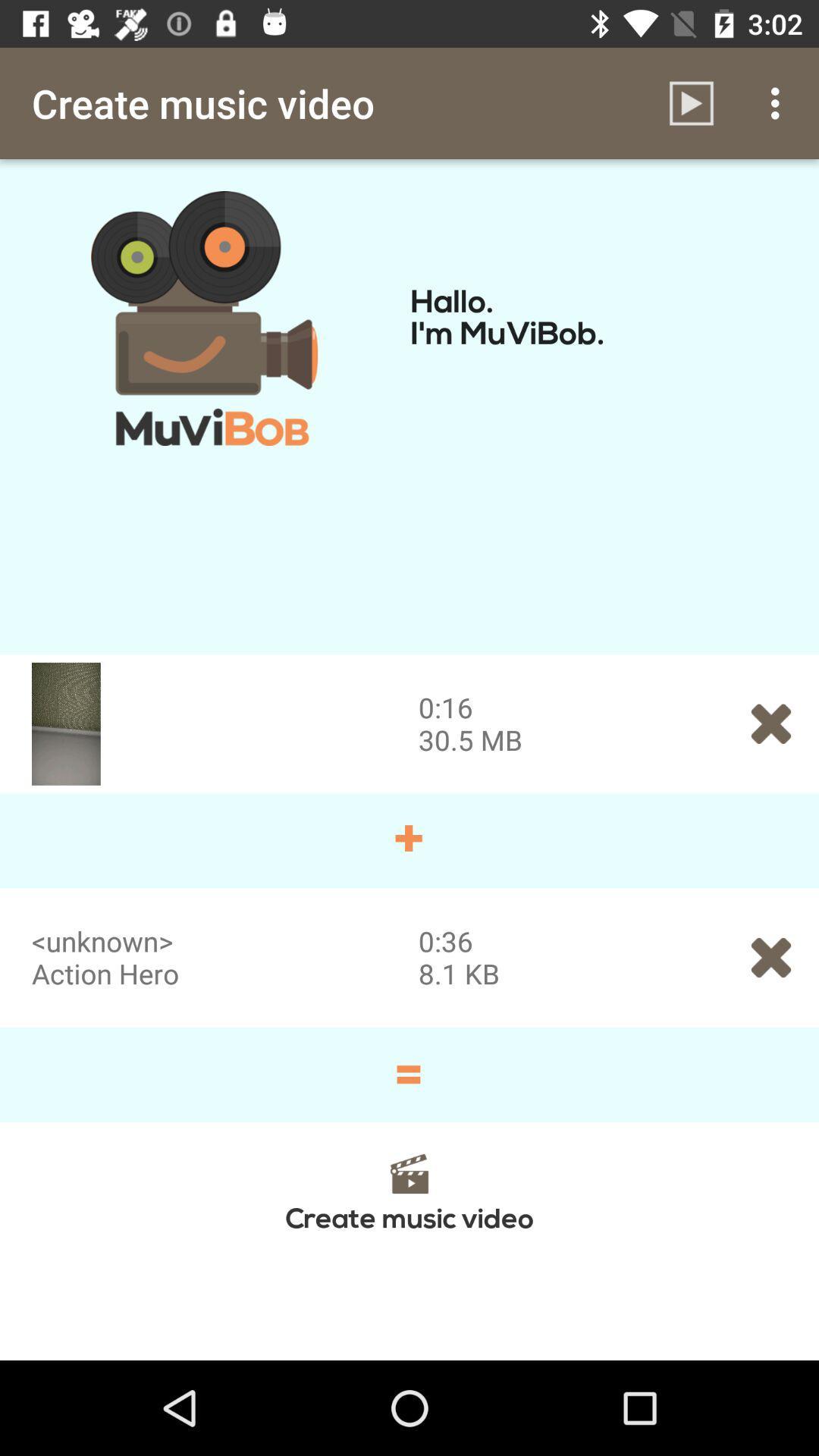  Describe the element at coordinates (771, 723) in the screenshot. I see `the close icon` at that location.